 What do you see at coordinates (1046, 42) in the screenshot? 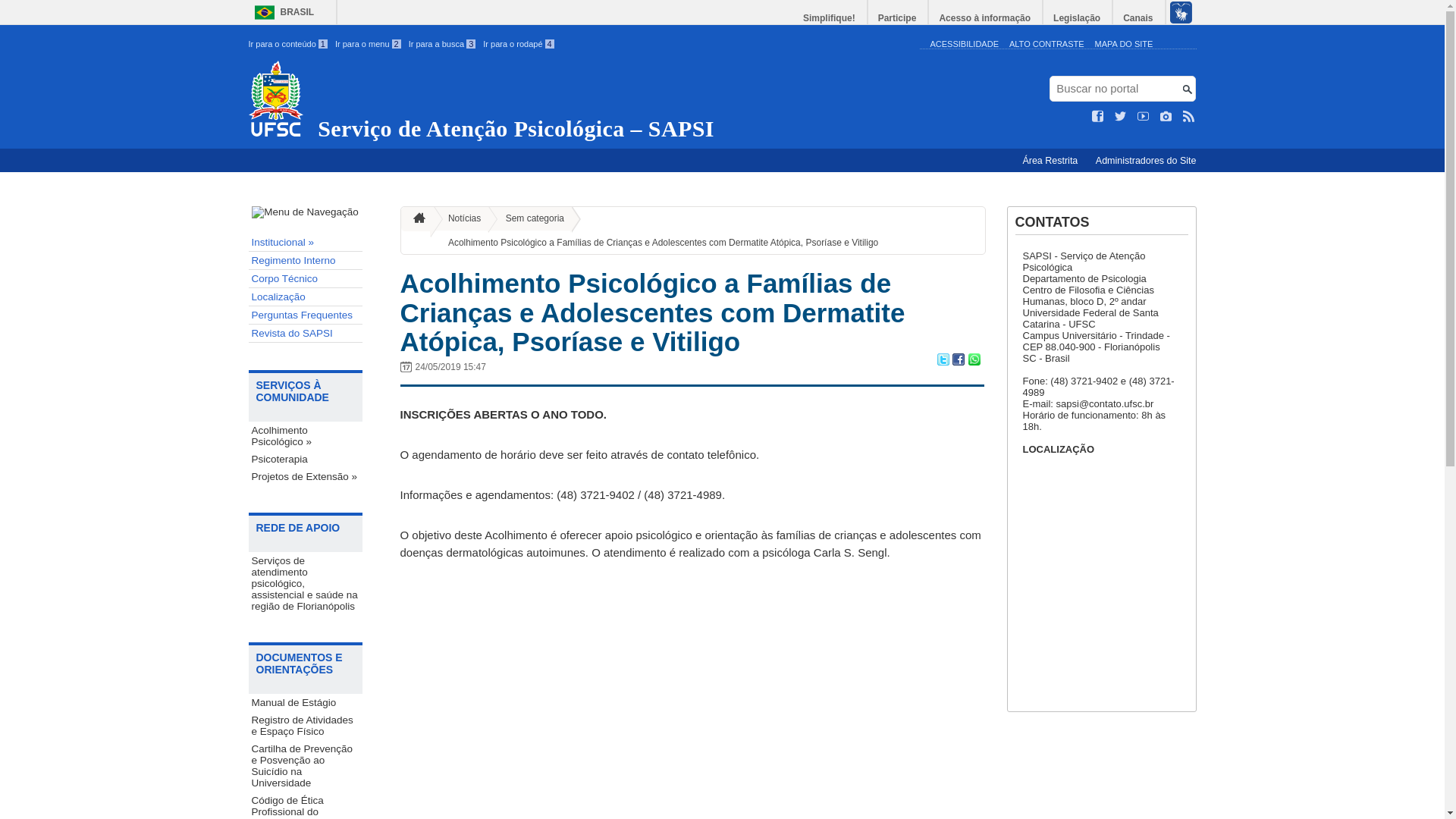
I see `'ALTO CONTRASTE'` at bounding box center [1046, 42].